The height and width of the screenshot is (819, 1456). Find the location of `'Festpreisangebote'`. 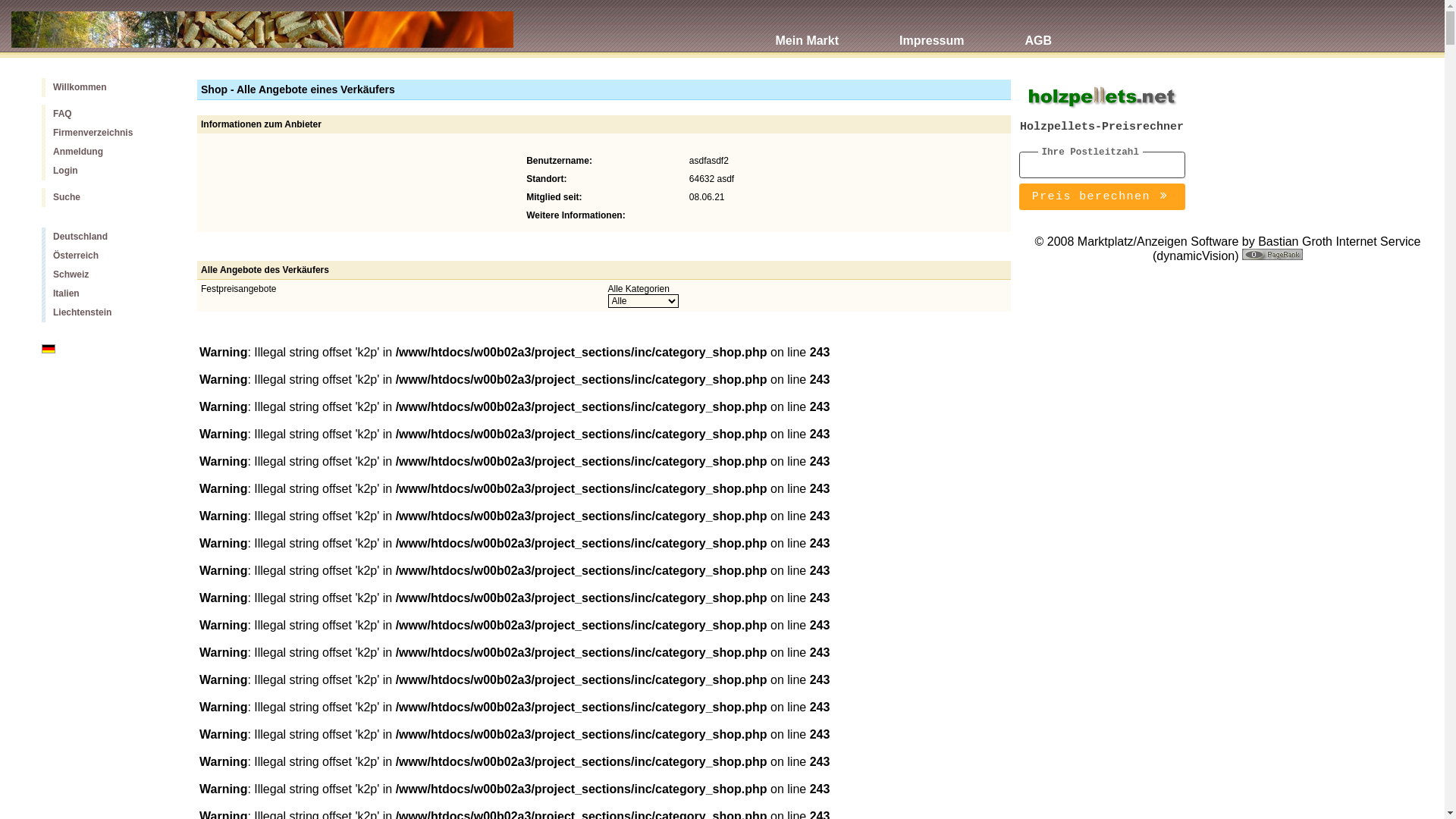

'Festpreisangebote' is located at coordinates (237, 289).